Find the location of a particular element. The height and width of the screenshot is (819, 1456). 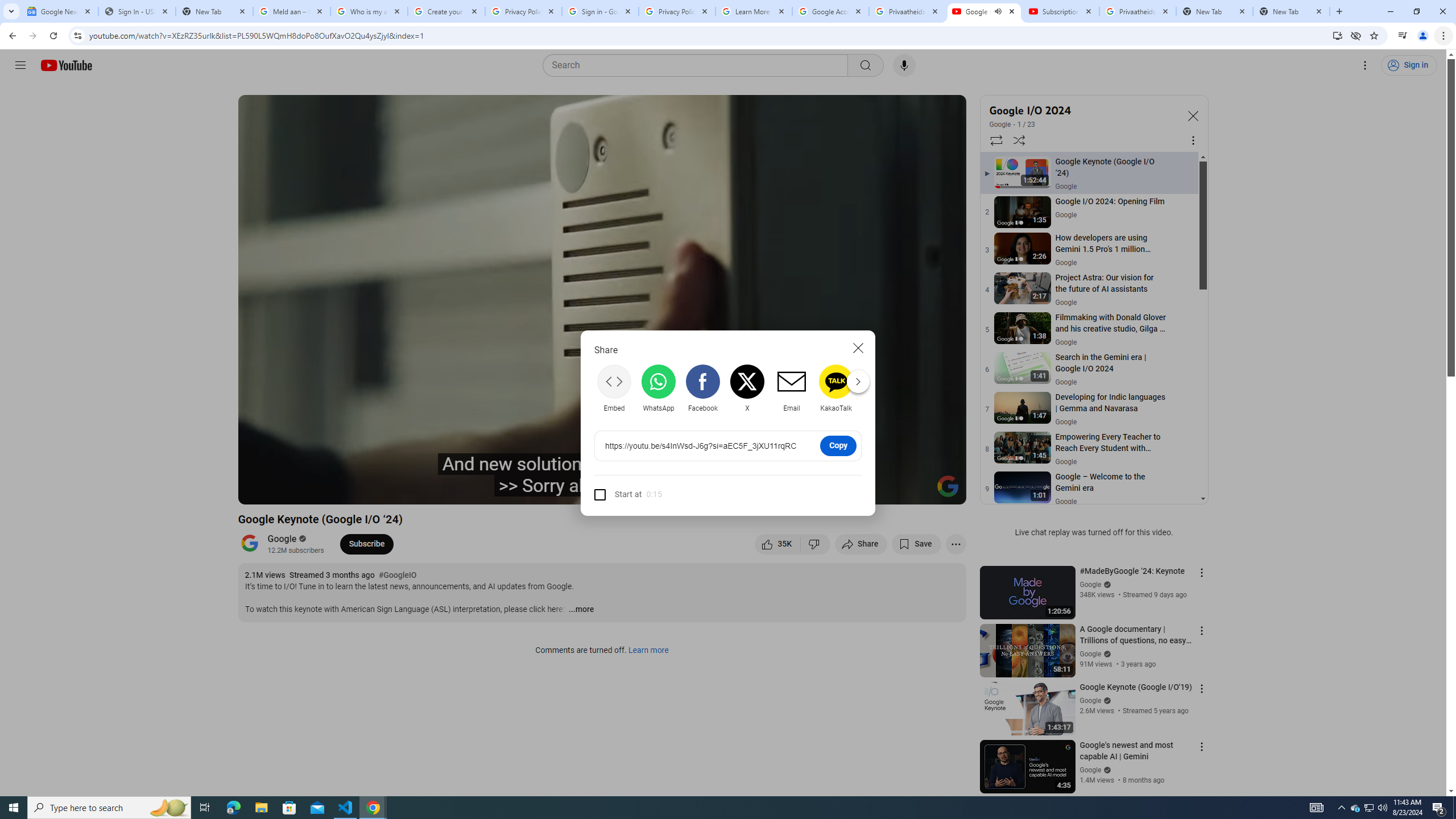

'Play (k)' is located at coordinates (285, 490).